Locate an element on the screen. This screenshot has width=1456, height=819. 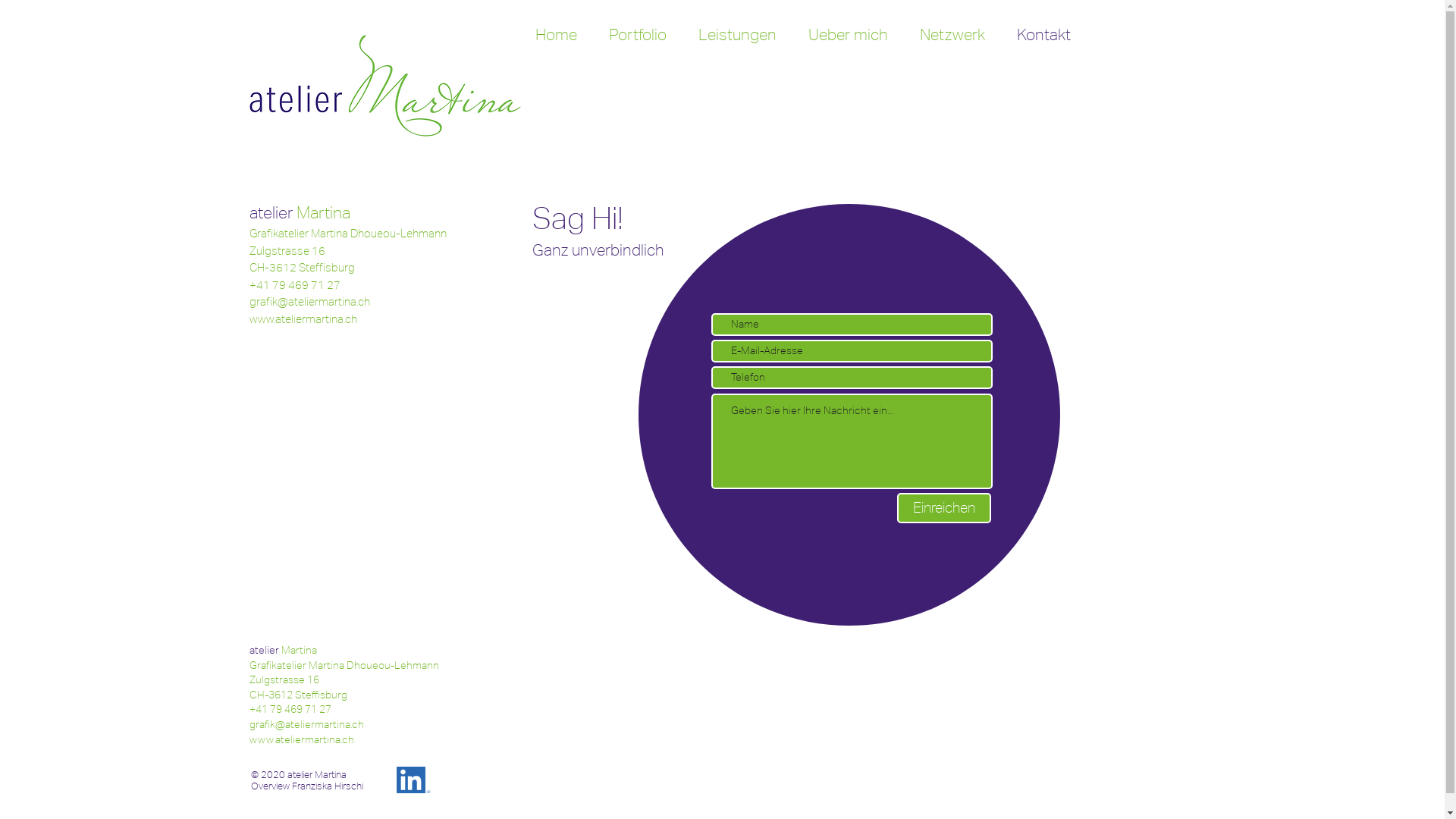
'Leistungen' is located at coordinates (737, 34).